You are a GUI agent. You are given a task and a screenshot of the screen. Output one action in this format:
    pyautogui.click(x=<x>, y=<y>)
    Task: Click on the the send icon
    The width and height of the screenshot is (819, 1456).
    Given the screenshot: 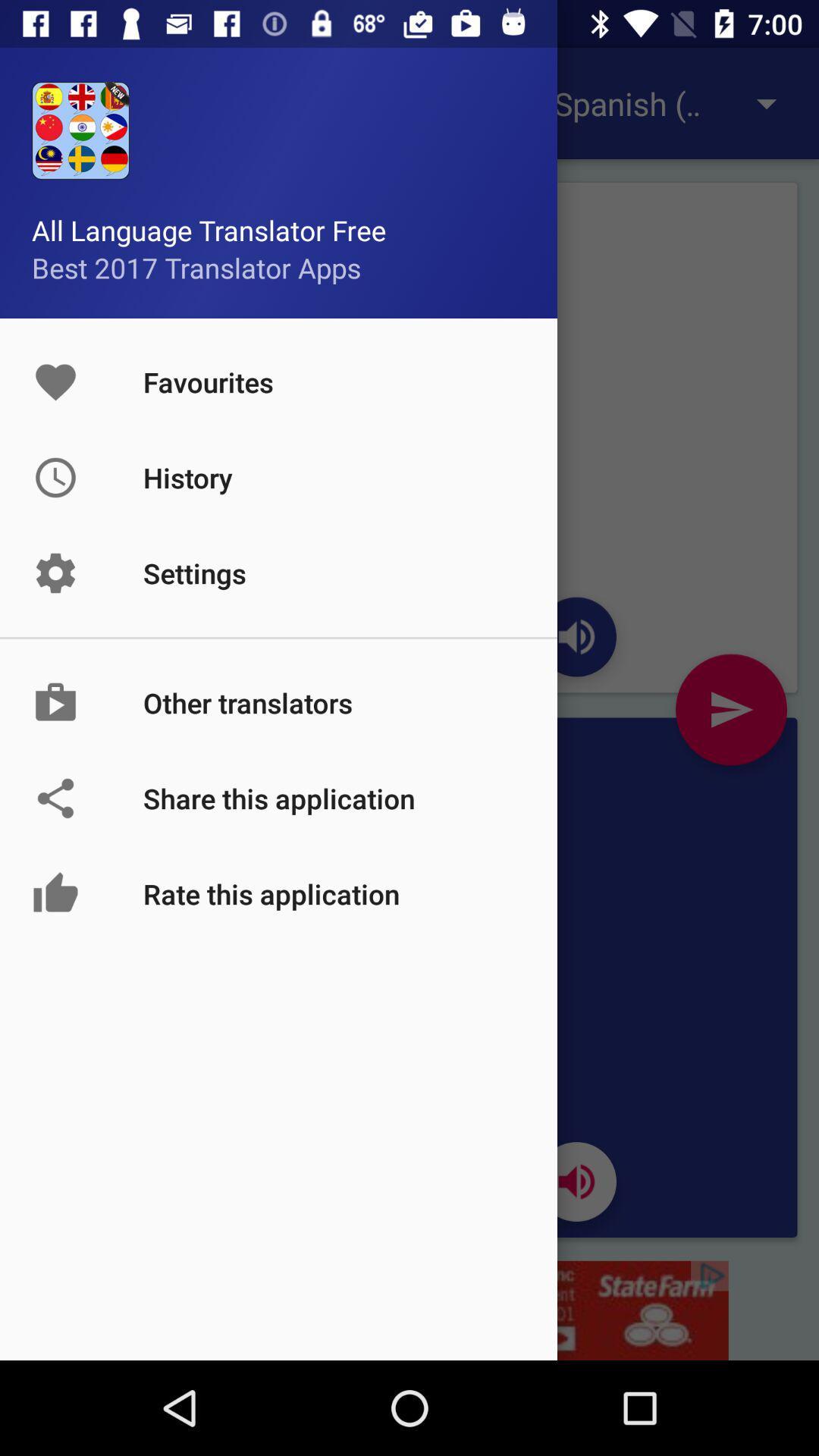 What is the action you would take?
    pyautogui.click(x=730, y=709)
    